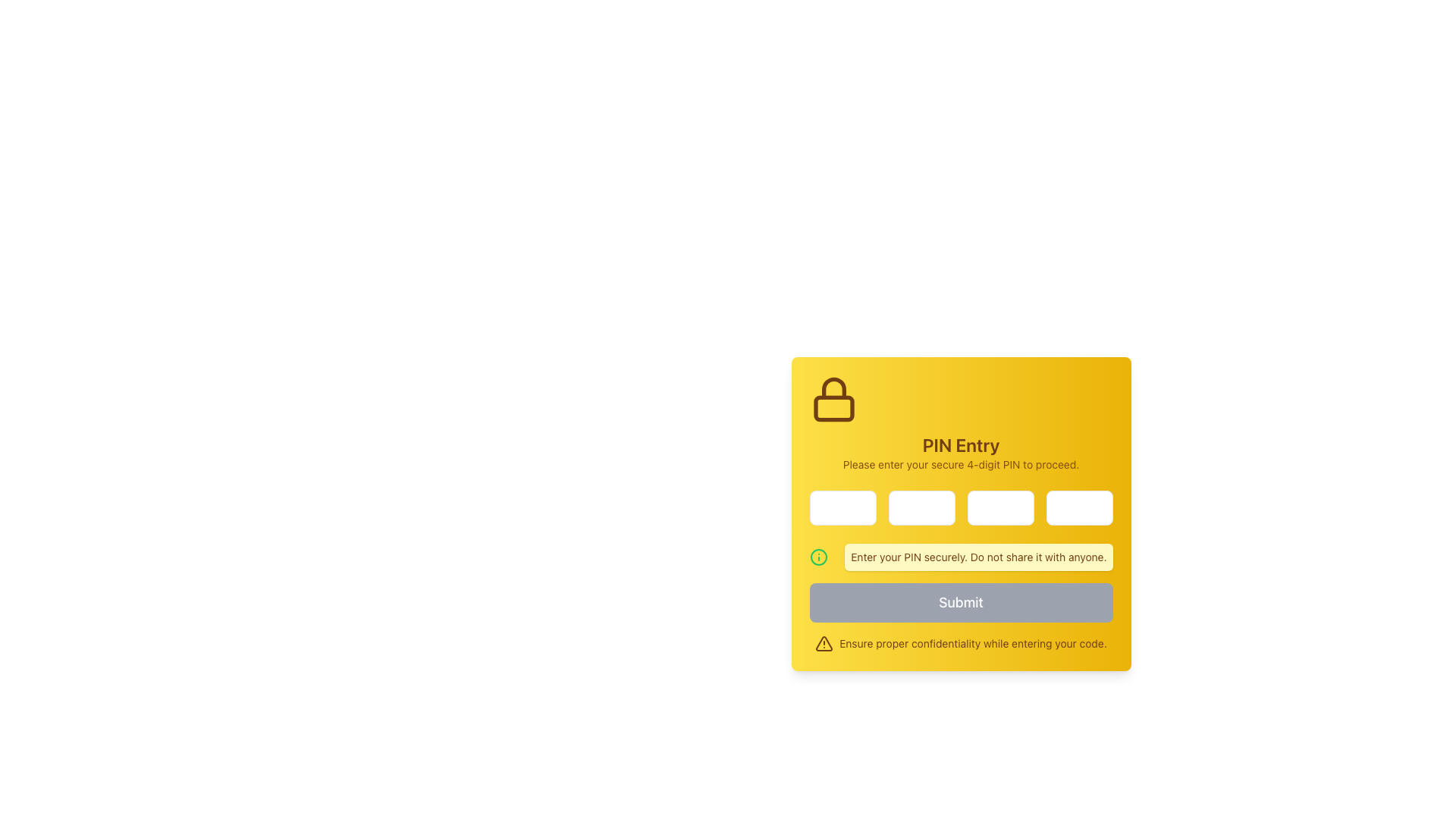 This screenshot has height=819, width=1456. I want to click on the static informational notification box that advises users about securely entering their PIN, positioned below the PIN input boxes and above the 'Submit' button, so click(960, 557).